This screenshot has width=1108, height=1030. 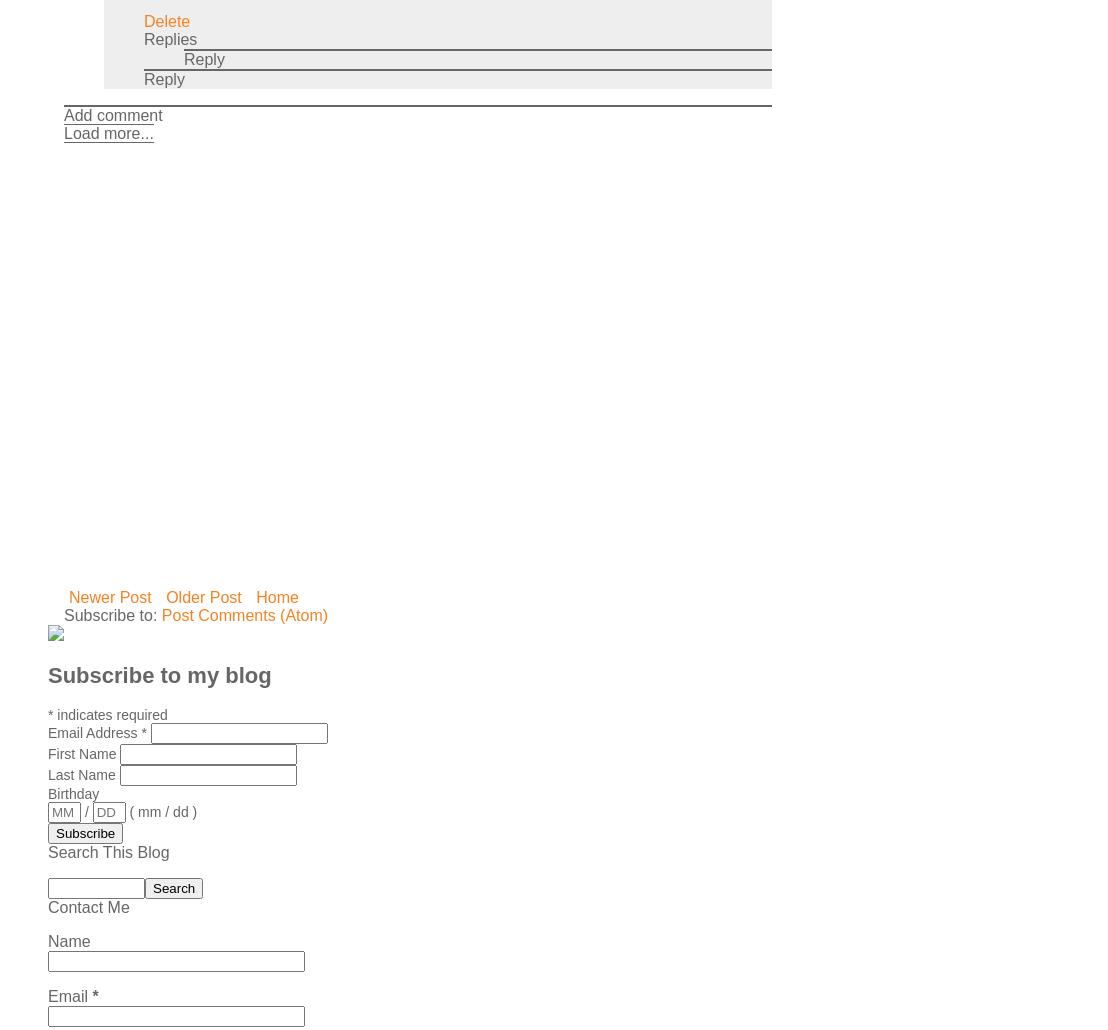 I want to click on 'Post Comments (Atom)', so click(x=159, y=613).